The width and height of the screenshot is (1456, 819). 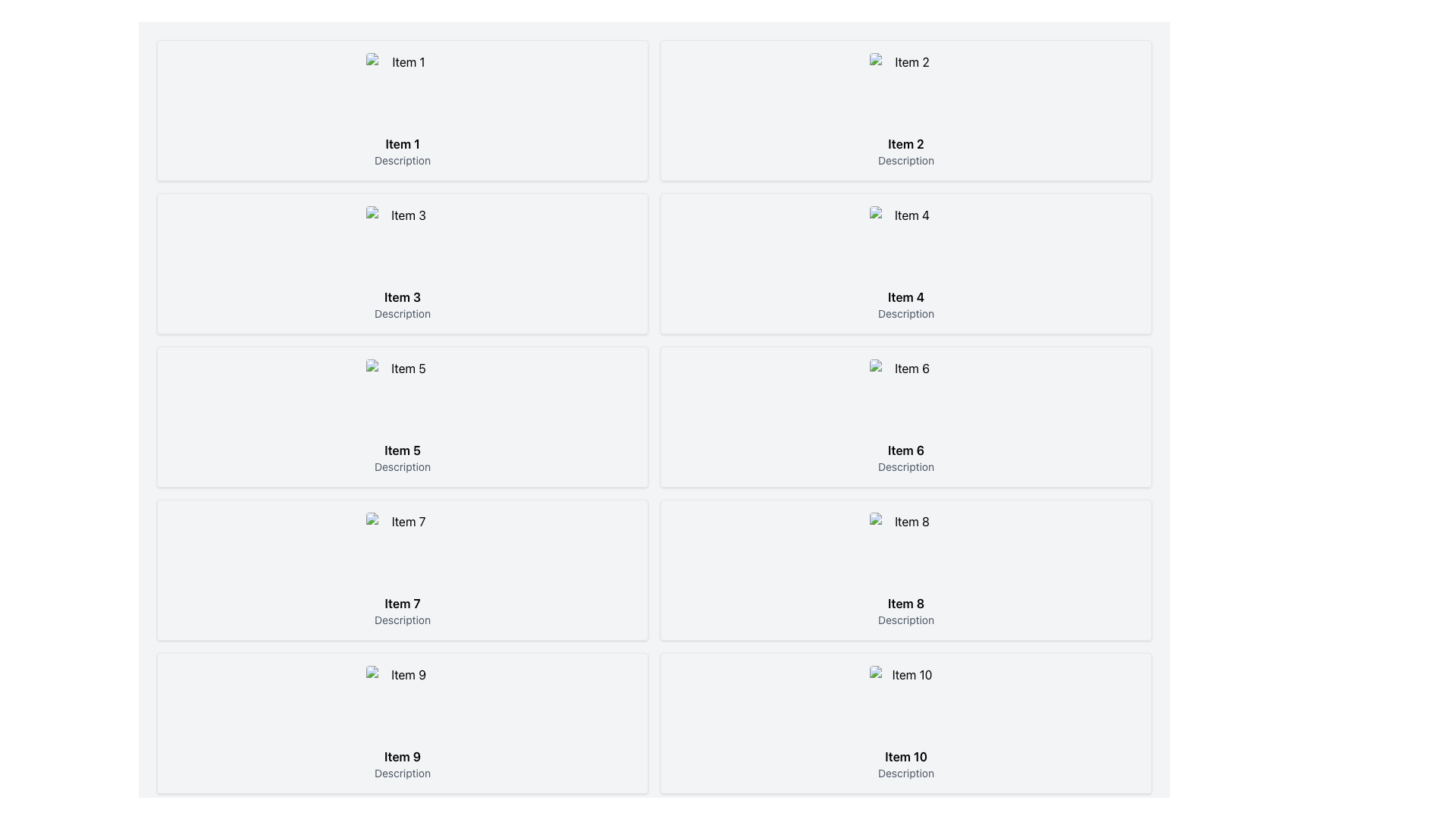 What do you see at coordinates (906, 620) in the screenshot?
I see `the text label 'Description' located under the heading 'Item 8' to trigger any associated tooltip or highlight` at bounding box center [906, 620].